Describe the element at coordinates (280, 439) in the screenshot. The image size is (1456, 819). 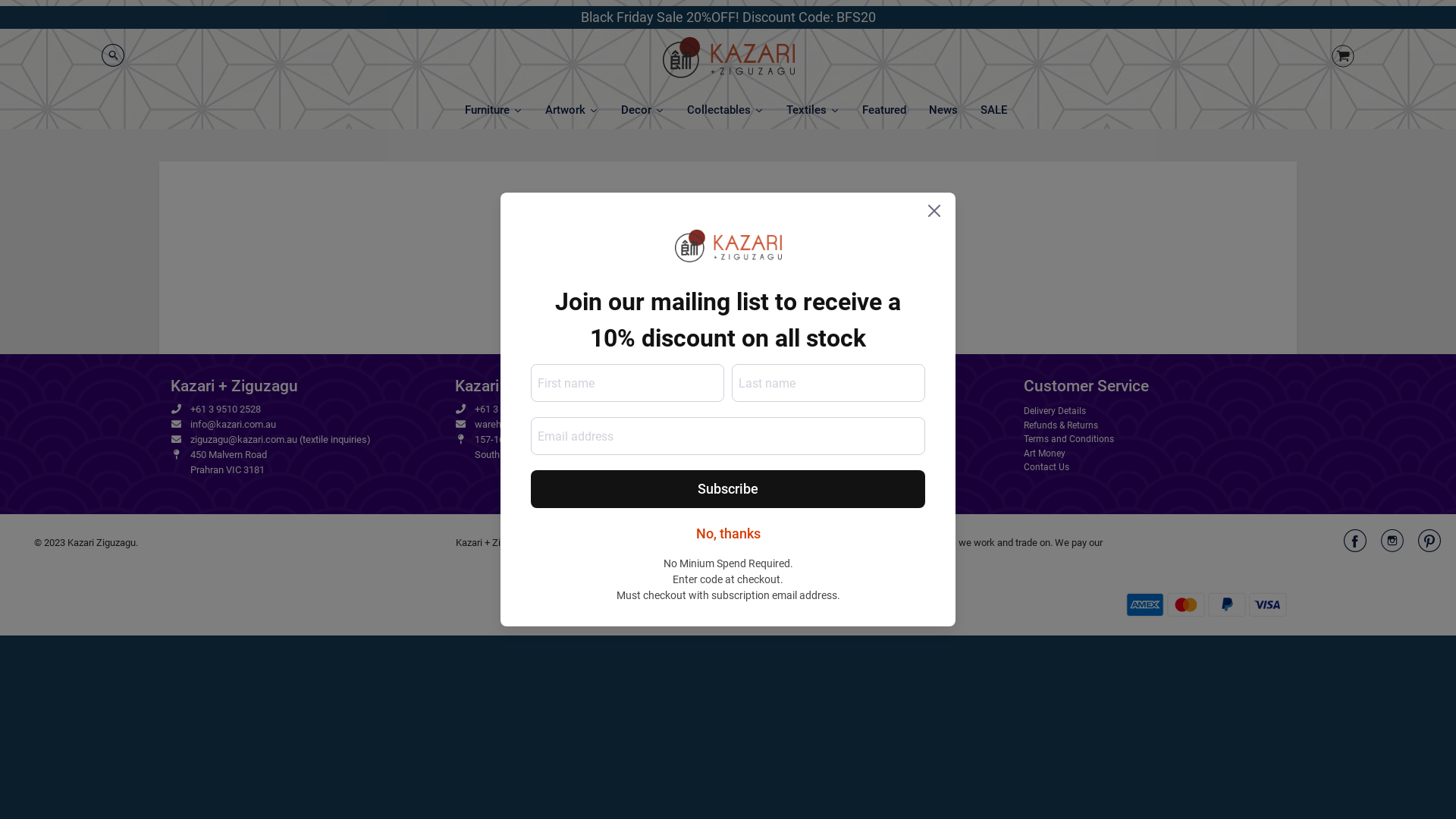
I see `'ziguzagu@kazari.com.au (textile inquiries)'` at that location.